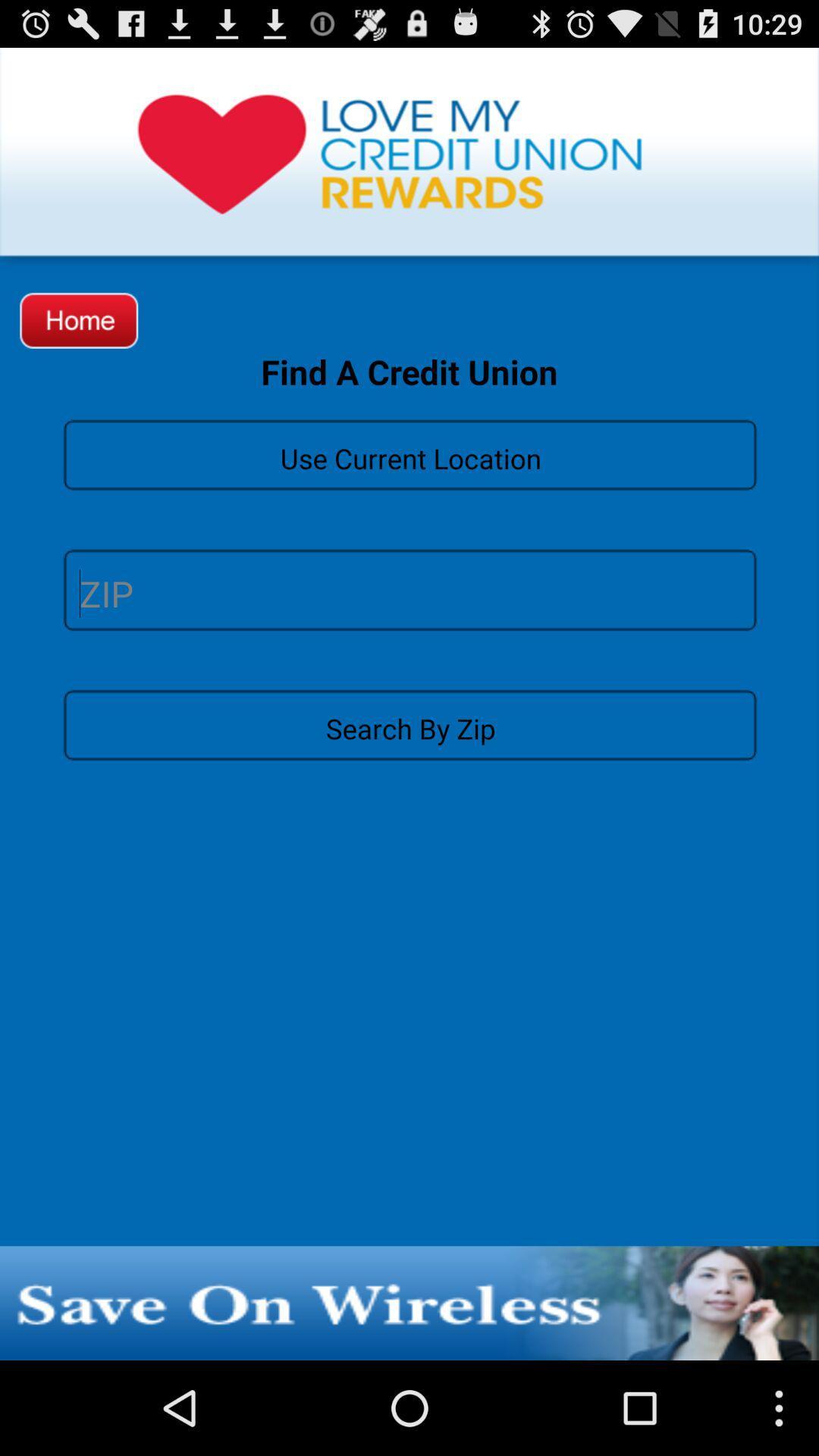  Describe the element at coordinates (79, 319) in the screenshot. I see `button above the use current location item` at that location.